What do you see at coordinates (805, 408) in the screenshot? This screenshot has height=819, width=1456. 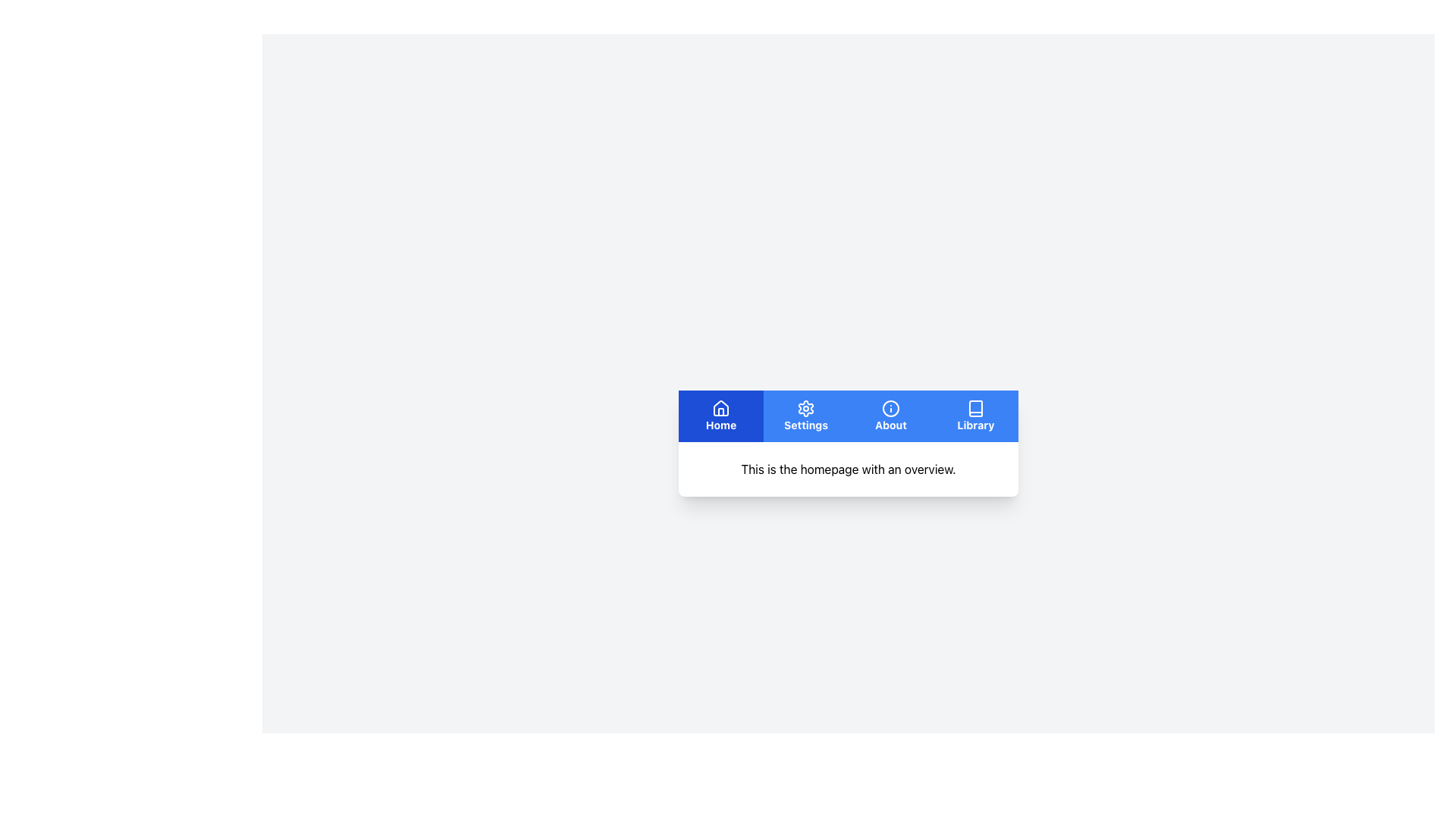 I see `the settings icon, represented as a gear symbol, located within the 'Settings' tab at the bottom navigation bar` at bounding box center [805, 408].